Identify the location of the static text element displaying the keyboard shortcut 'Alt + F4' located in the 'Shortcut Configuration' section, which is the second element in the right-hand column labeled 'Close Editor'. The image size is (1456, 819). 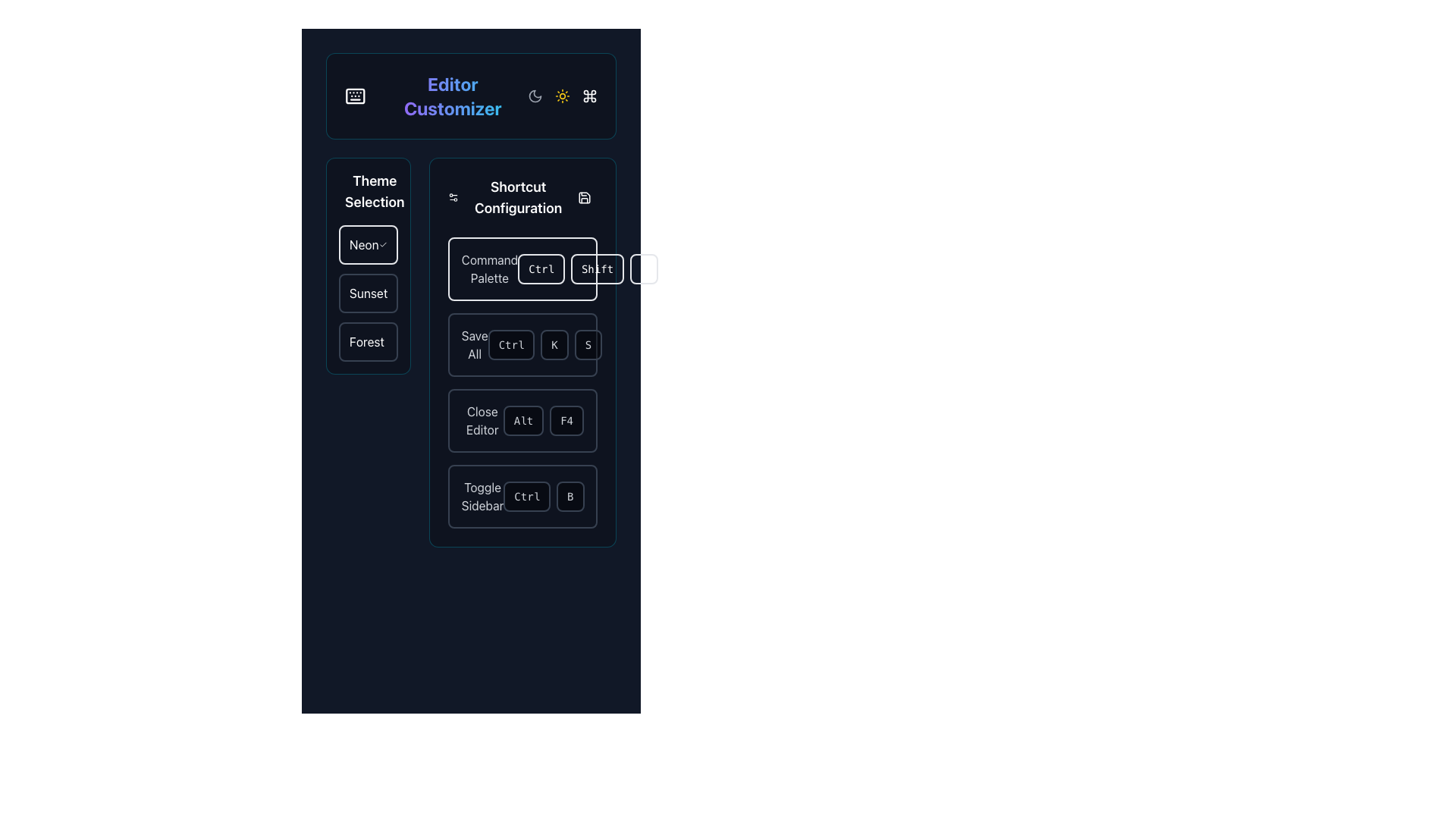
(543, 421).